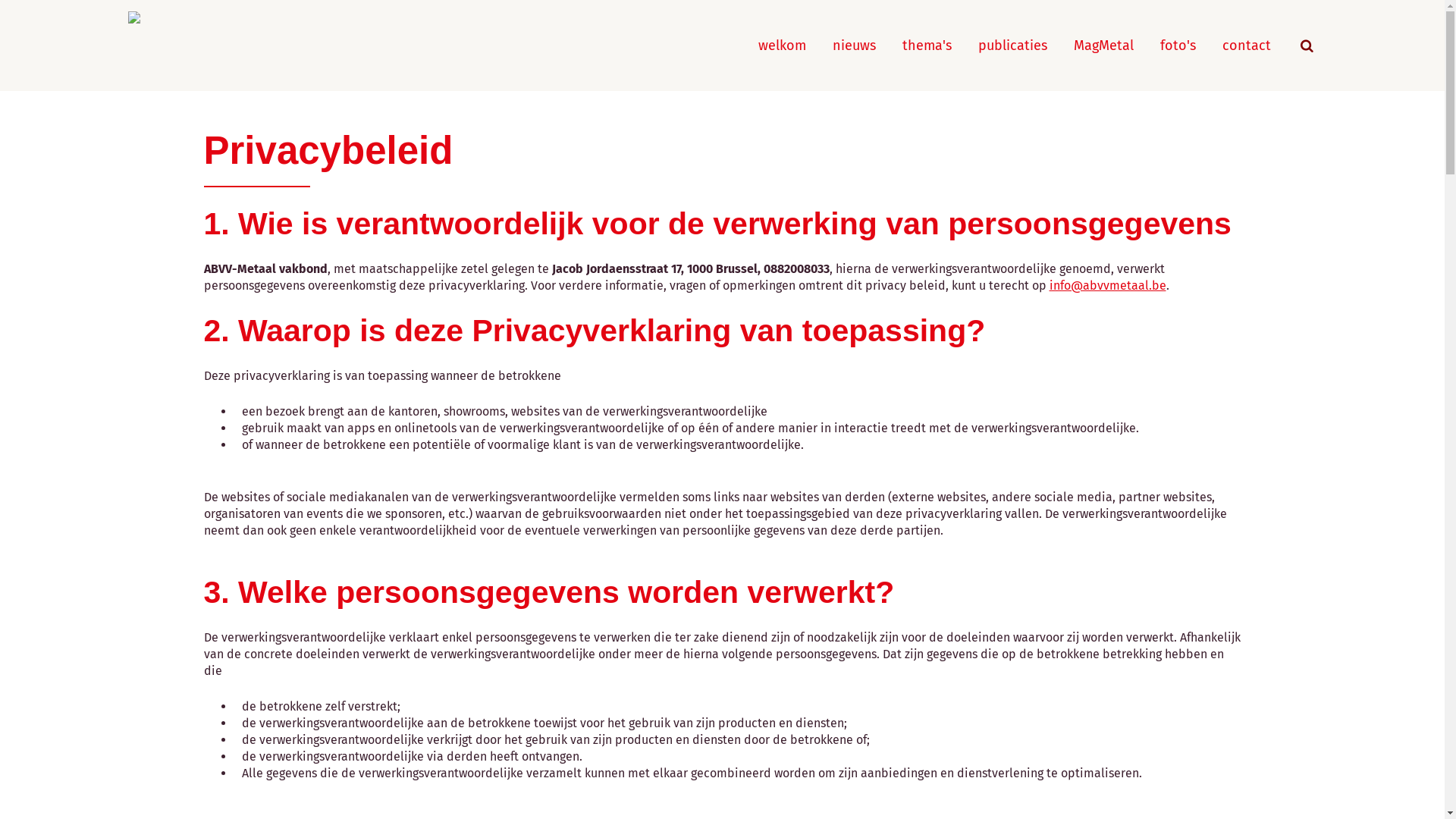  What do you see at coordinates (854, 45) in the screenshot?
I see `'nieuws'` at bounding box center [854, 45].